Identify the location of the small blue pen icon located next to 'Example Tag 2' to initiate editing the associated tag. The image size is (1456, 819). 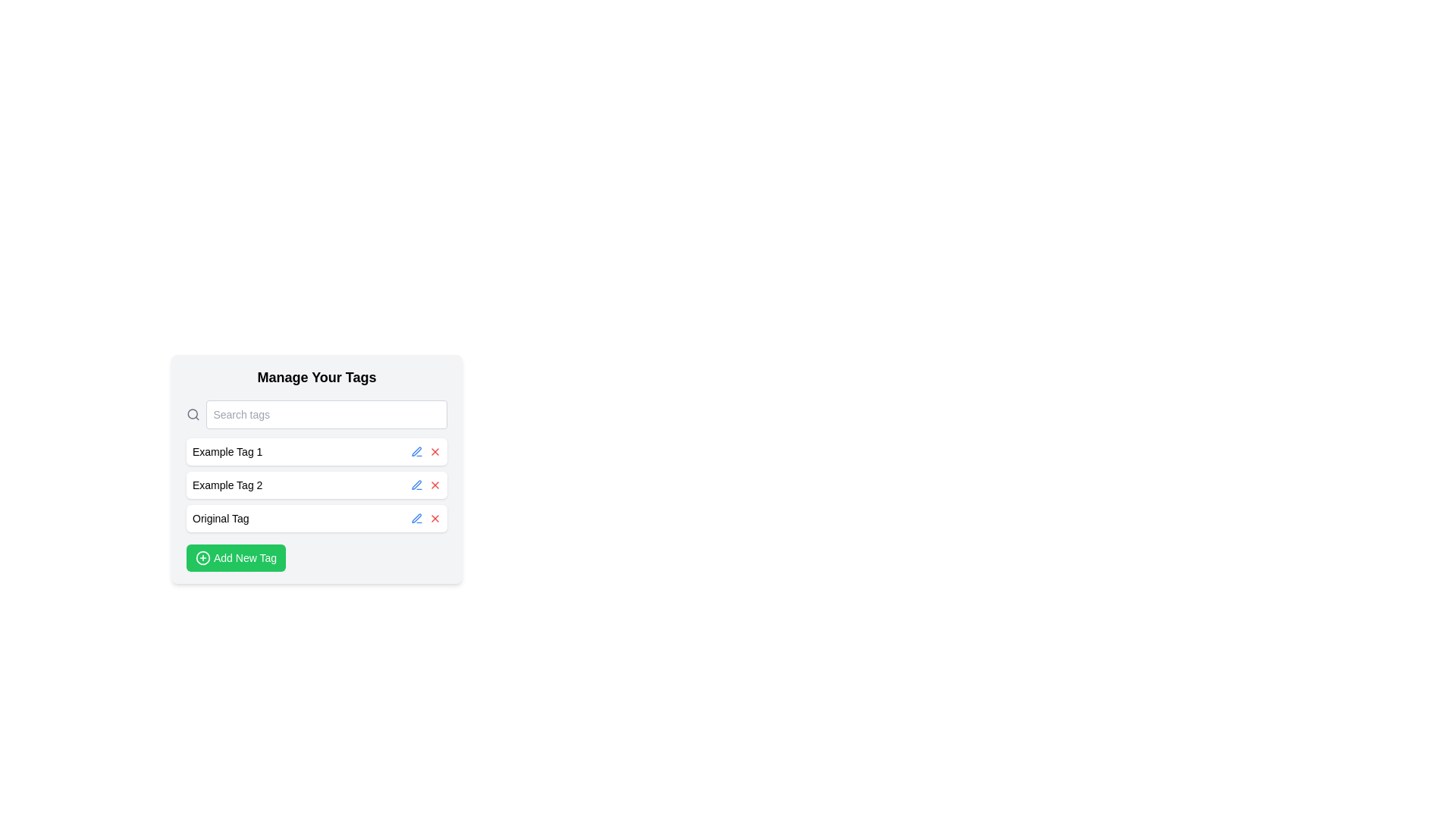
(416, 485).